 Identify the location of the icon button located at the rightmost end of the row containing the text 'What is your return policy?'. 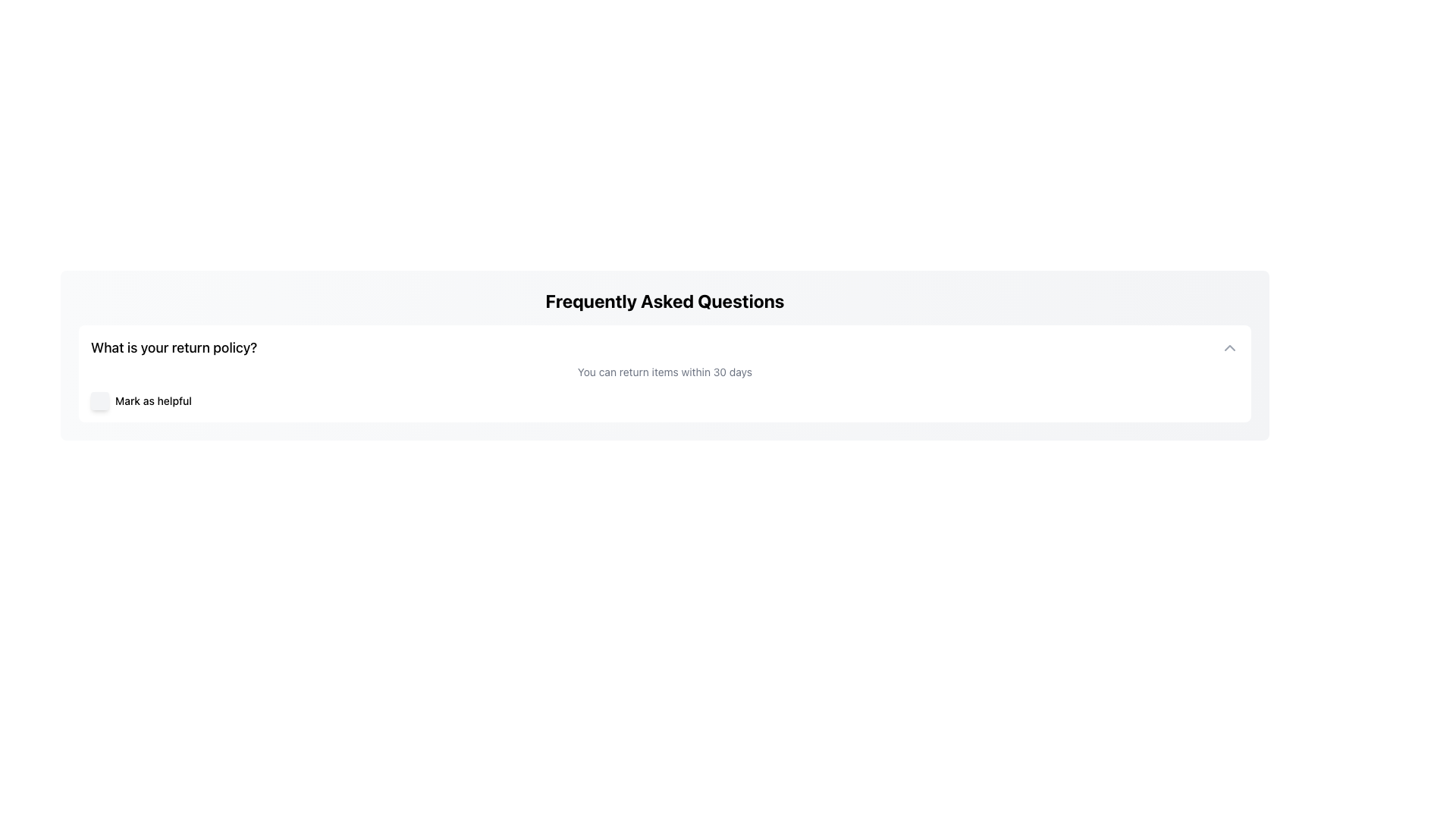
(1230, 348).